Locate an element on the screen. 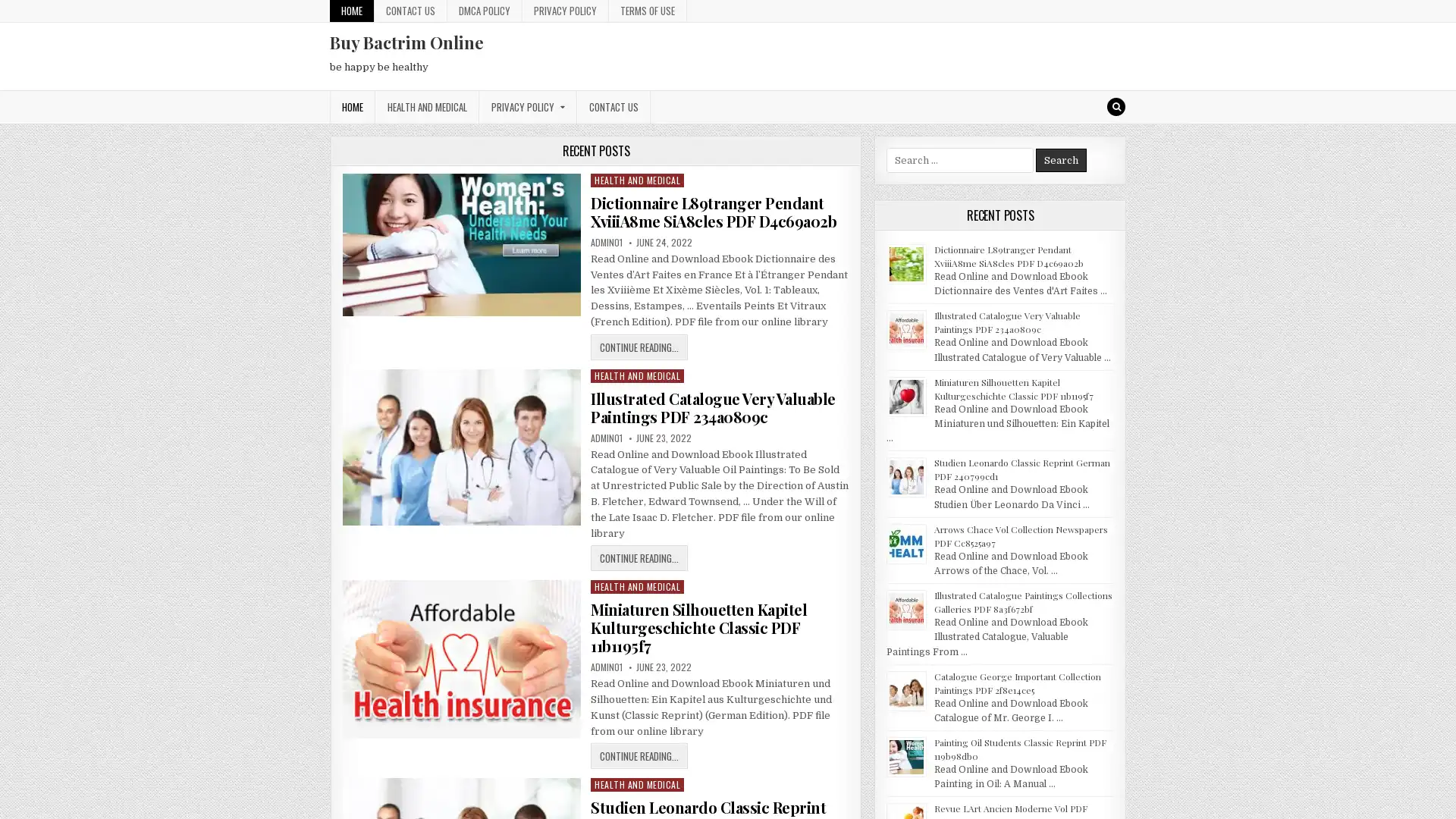 The image size is (1456, 819). Search is located at coordinates (1060, 160).